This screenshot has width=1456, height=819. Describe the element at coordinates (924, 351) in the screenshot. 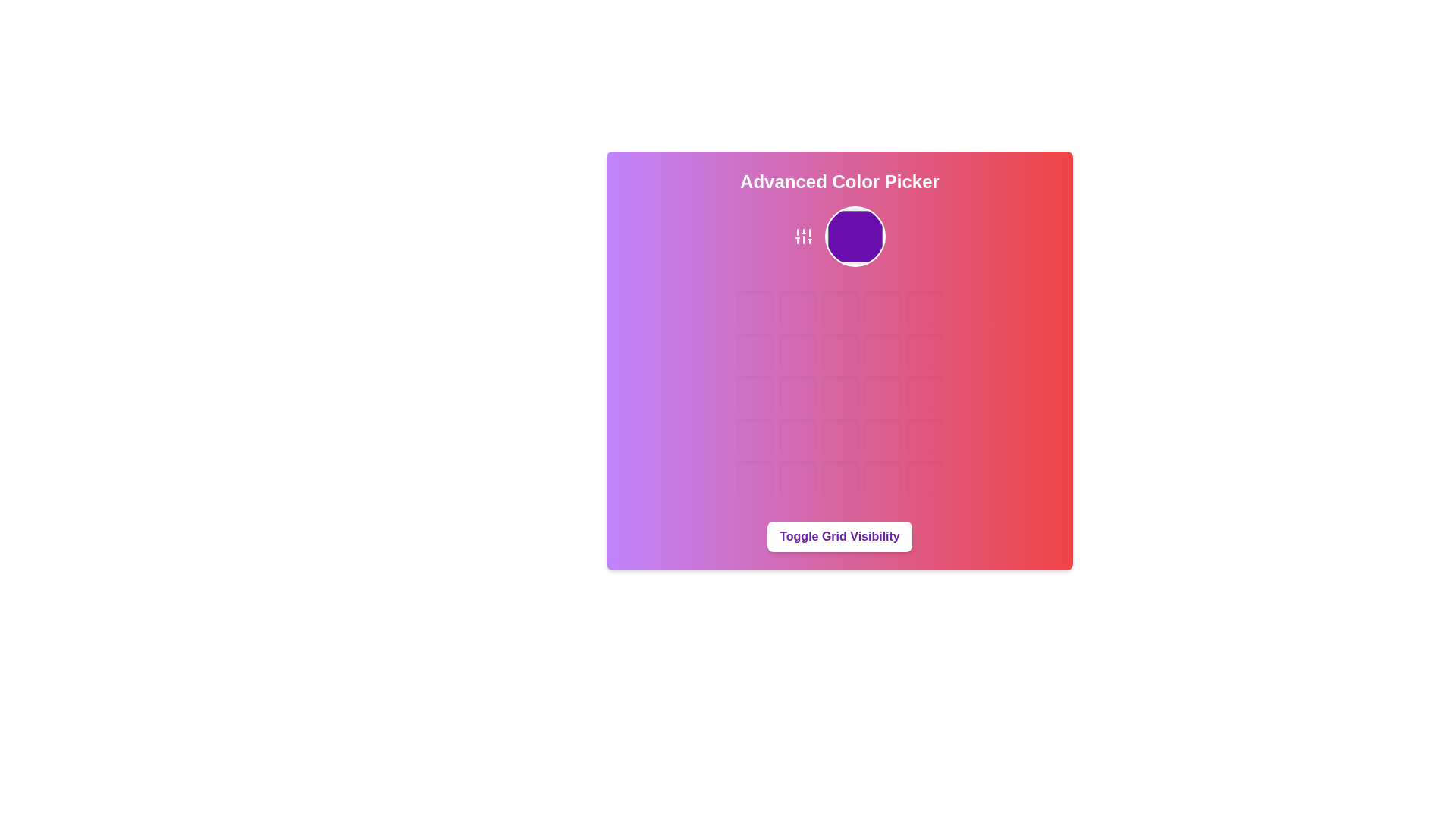

I see `the square grid cell located in the second row and fifth column of the color selection grid` at that location.